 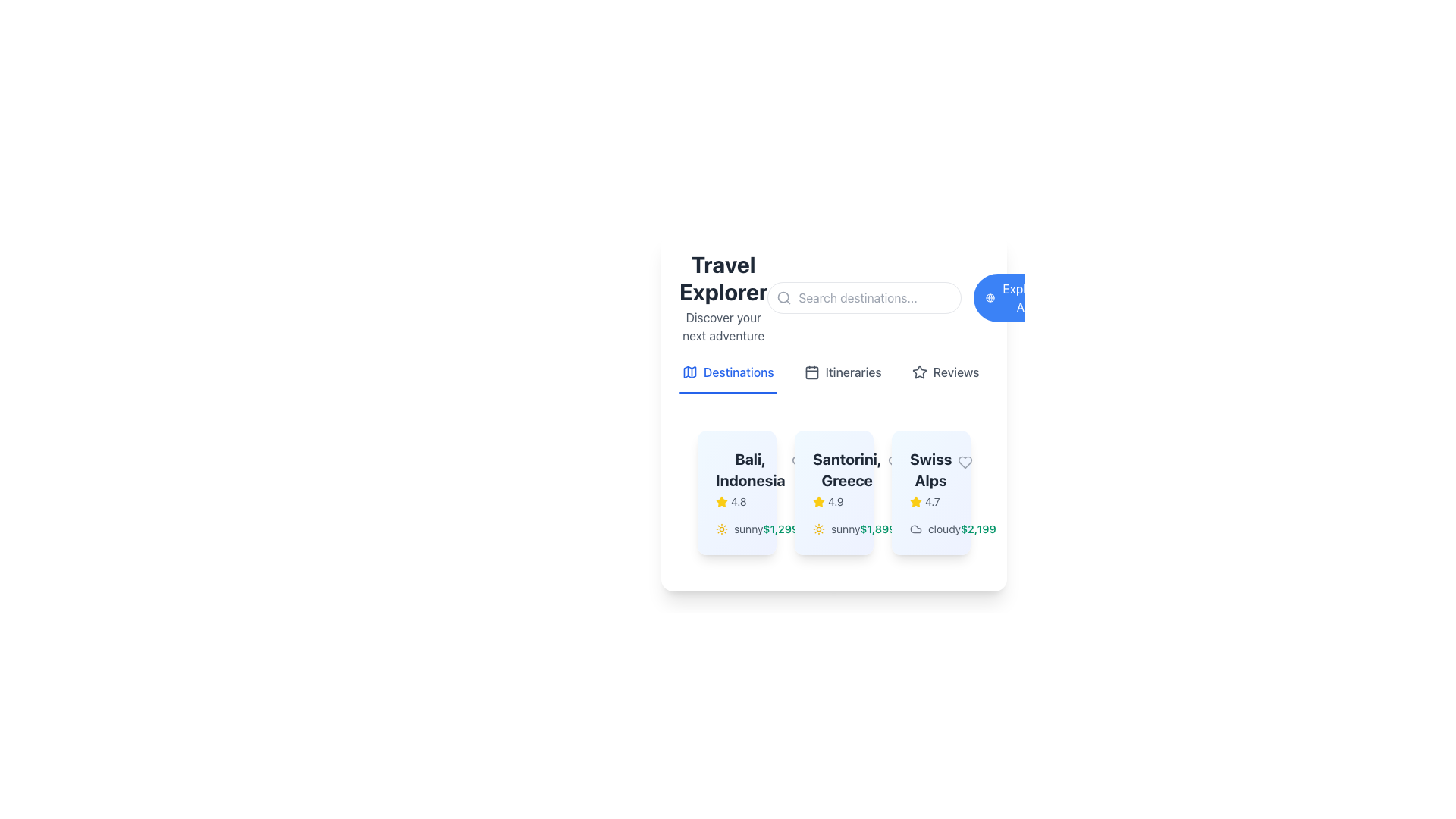 What do you see at coordinates (811, 372) in the screenshot?
I see `the graphic element that represents the calendar icon, located in the center of the icon above the navigation bar` at bounding box center [811, 372].